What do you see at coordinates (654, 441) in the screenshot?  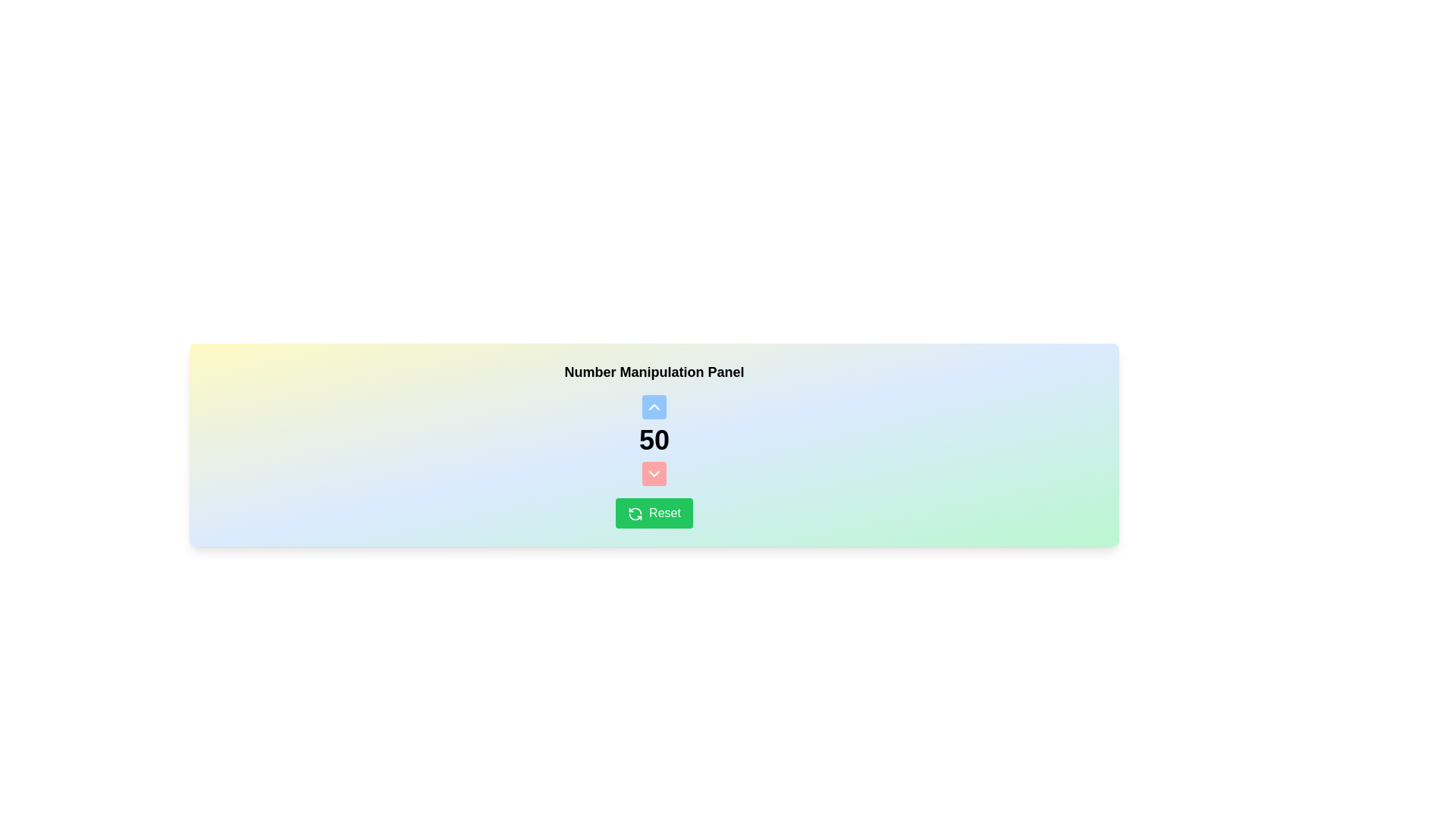 I see `the numerical display panel with increment and decrement controls, which features a bold black number '50' and is framed by an upward-pointing blue arrow and a downward-pointing red arrow` at bounding box center [654, 441].